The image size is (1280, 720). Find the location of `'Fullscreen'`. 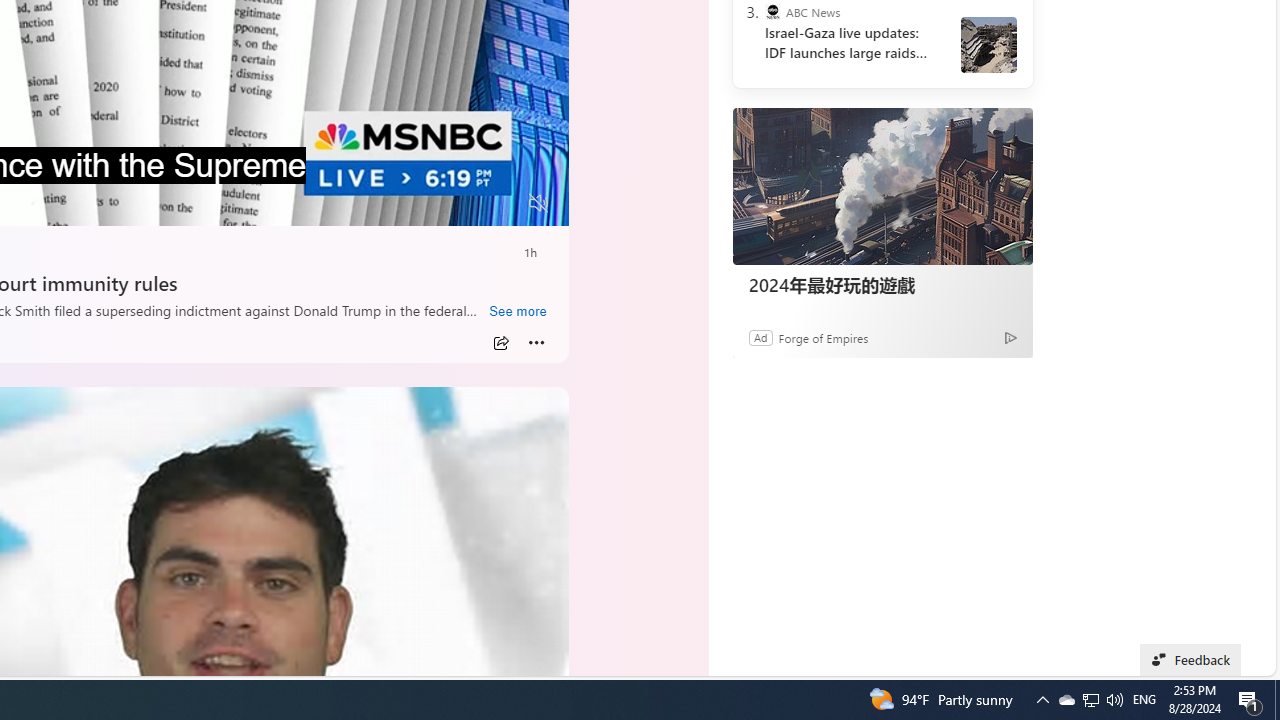

'Fullscreen' is located at coordinates (501, 203).